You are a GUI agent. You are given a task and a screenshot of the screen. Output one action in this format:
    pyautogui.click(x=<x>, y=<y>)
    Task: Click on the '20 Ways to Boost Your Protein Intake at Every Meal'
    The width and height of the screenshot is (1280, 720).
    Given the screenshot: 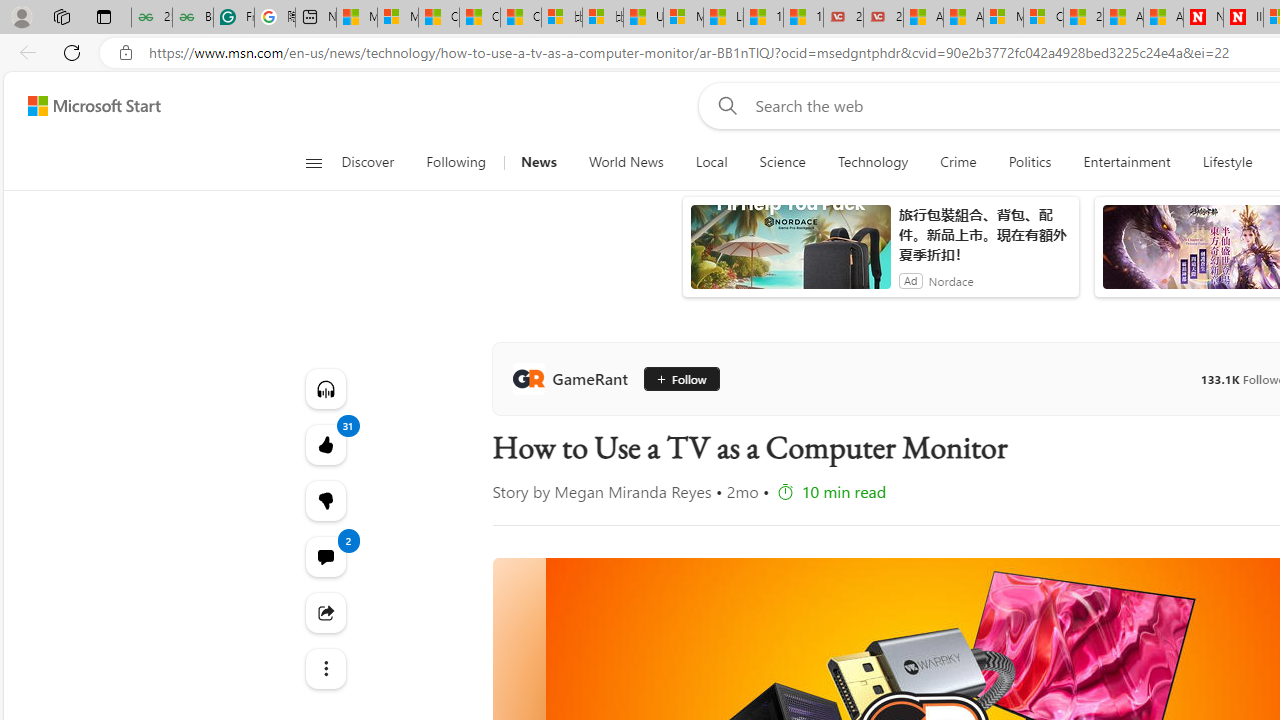 What is the action you would take?
    pyautogui.click(x=1082, y=17)
    